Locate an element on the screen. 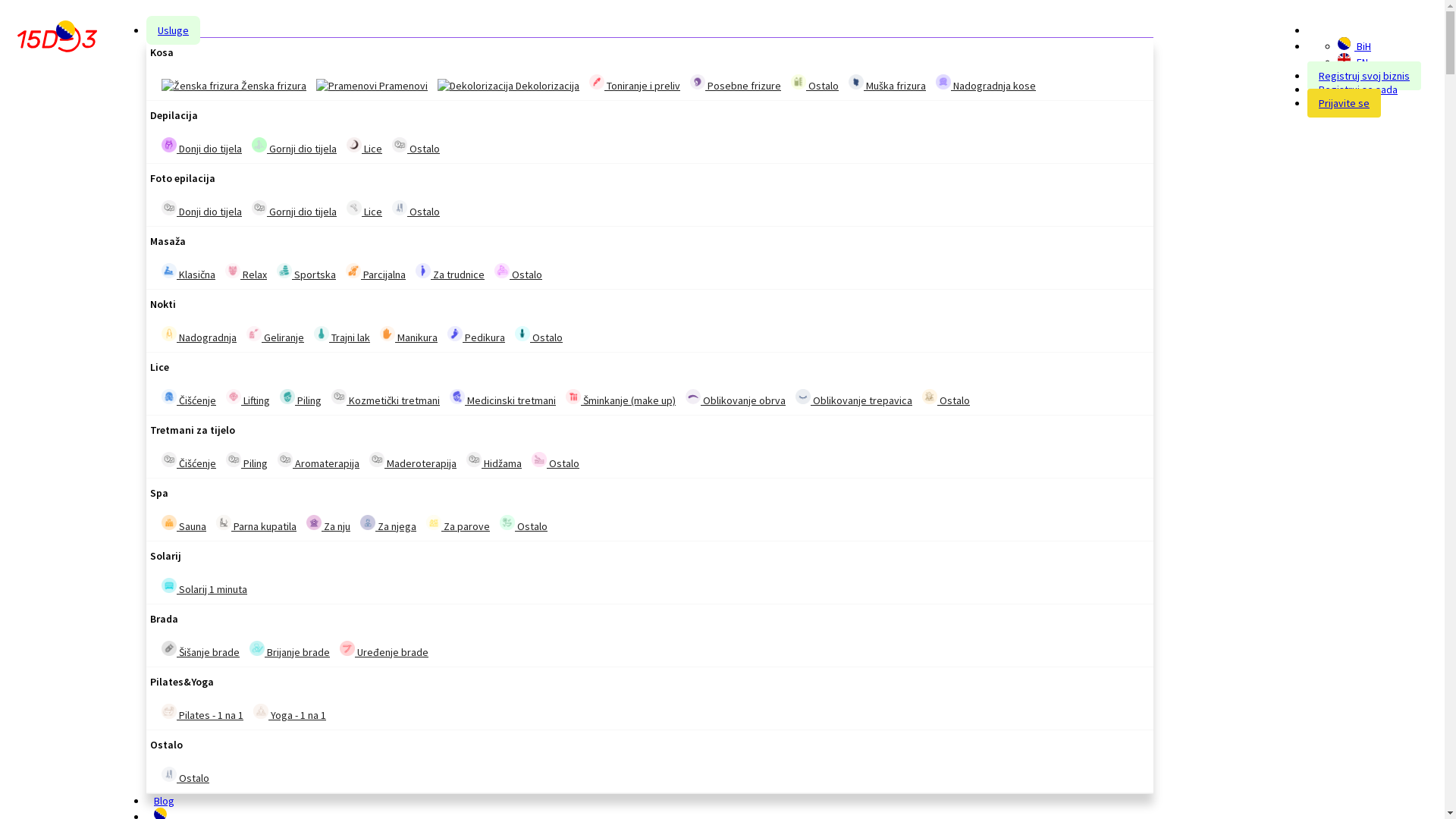 This screenshot has height=819, width=1456. 'Za njega' is located at coordinates (356, 522).